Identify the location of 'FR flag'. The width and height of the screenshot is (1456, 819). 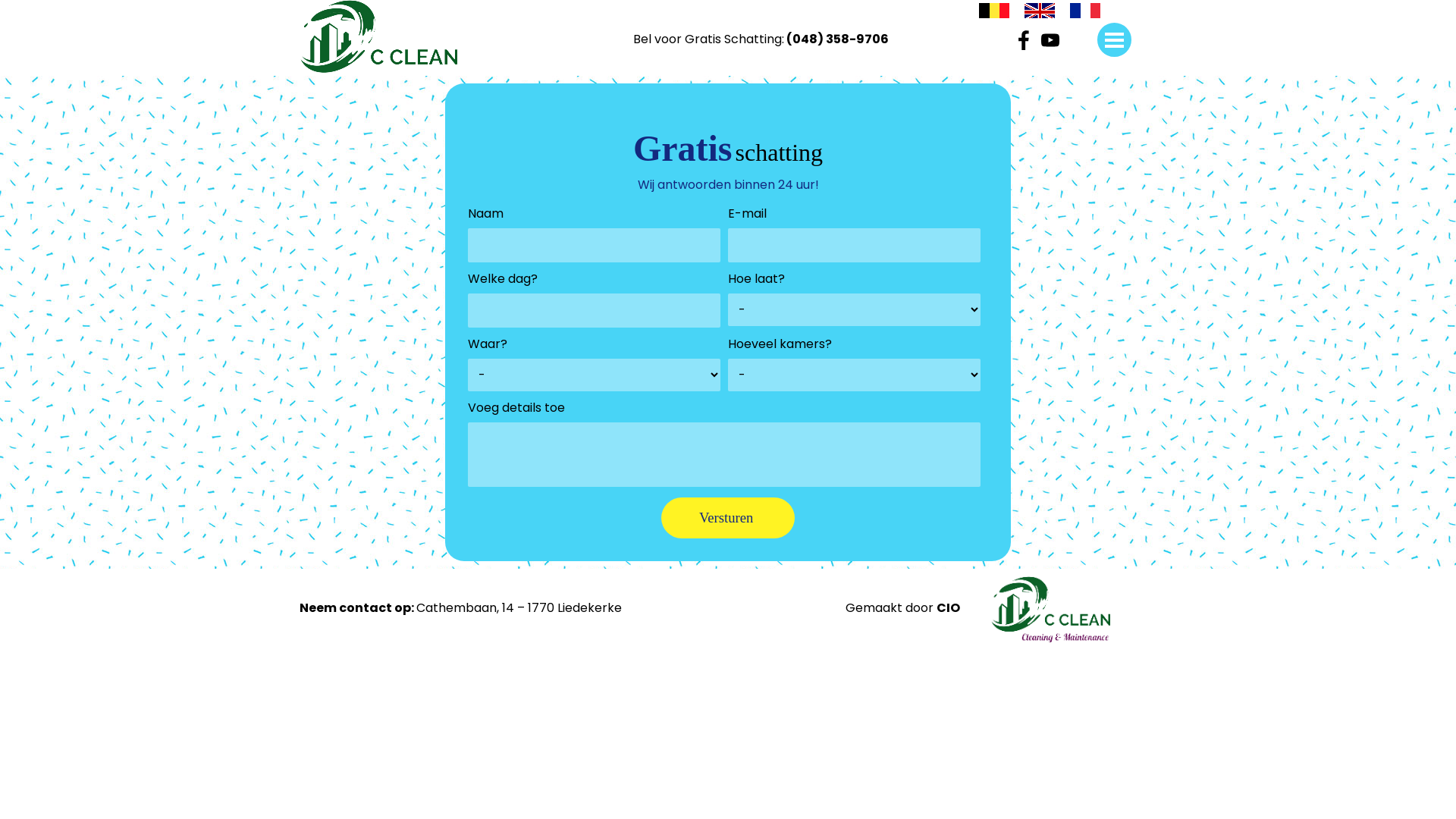
(1069, 13).